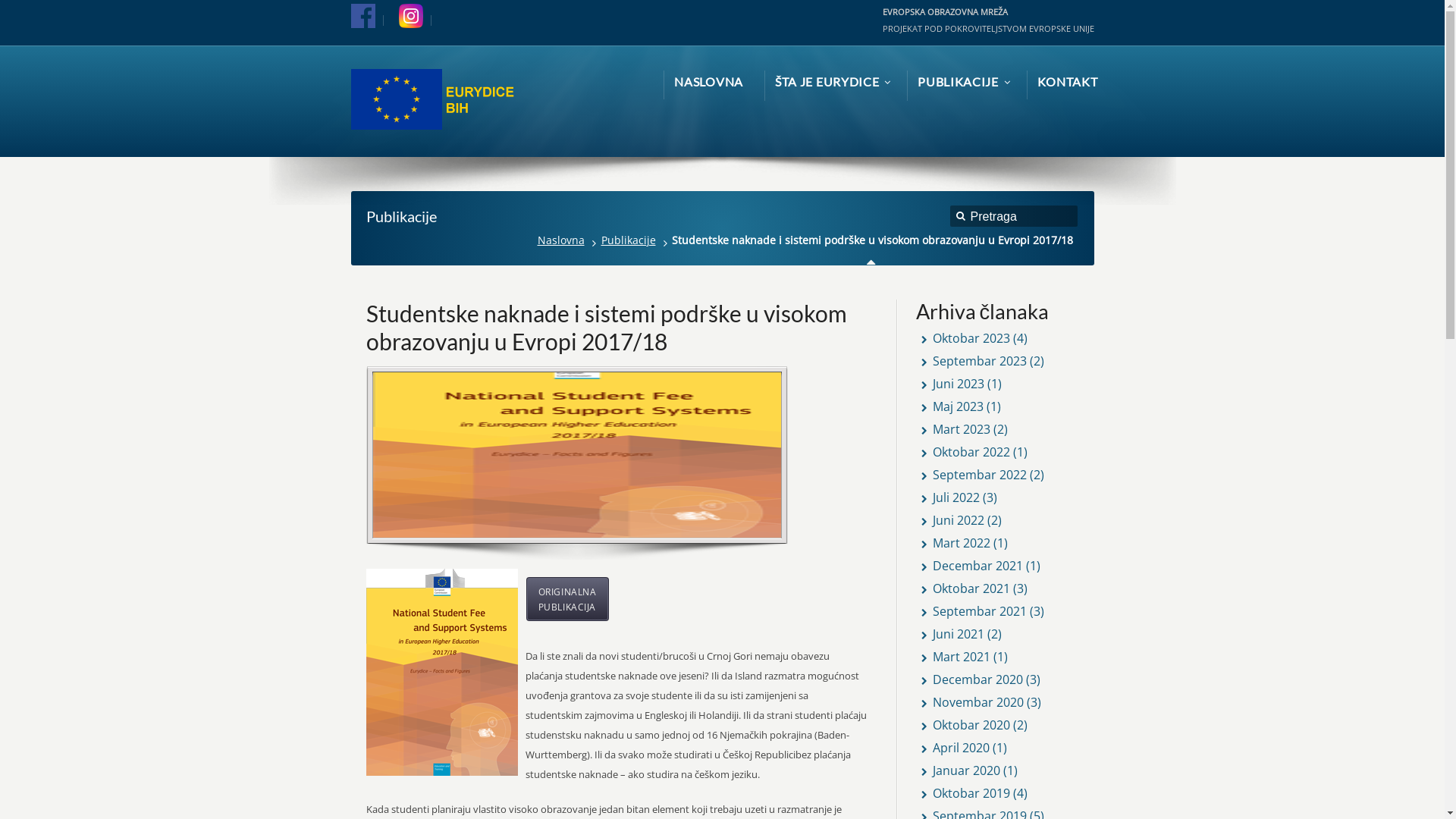 This screenshot has width=1456, height=819. I want to click on 'Septembar 2021', so click(979, 610).